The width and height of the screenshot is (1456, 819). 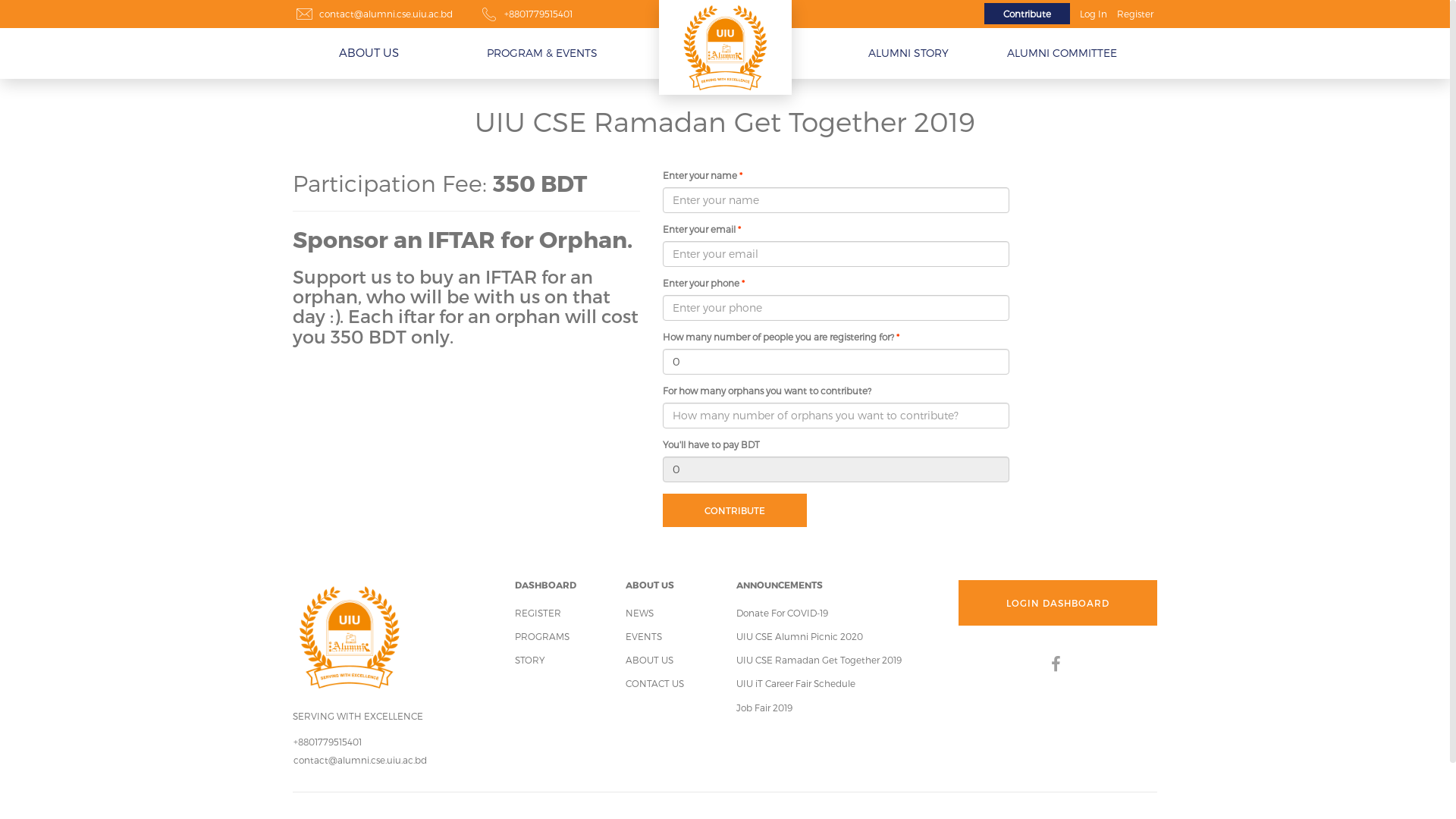 What do you see at coordinates (999, 52) in the screenshot?
I see `'ALUMNI COMMITTEE'` at bounding box center [999, 52].